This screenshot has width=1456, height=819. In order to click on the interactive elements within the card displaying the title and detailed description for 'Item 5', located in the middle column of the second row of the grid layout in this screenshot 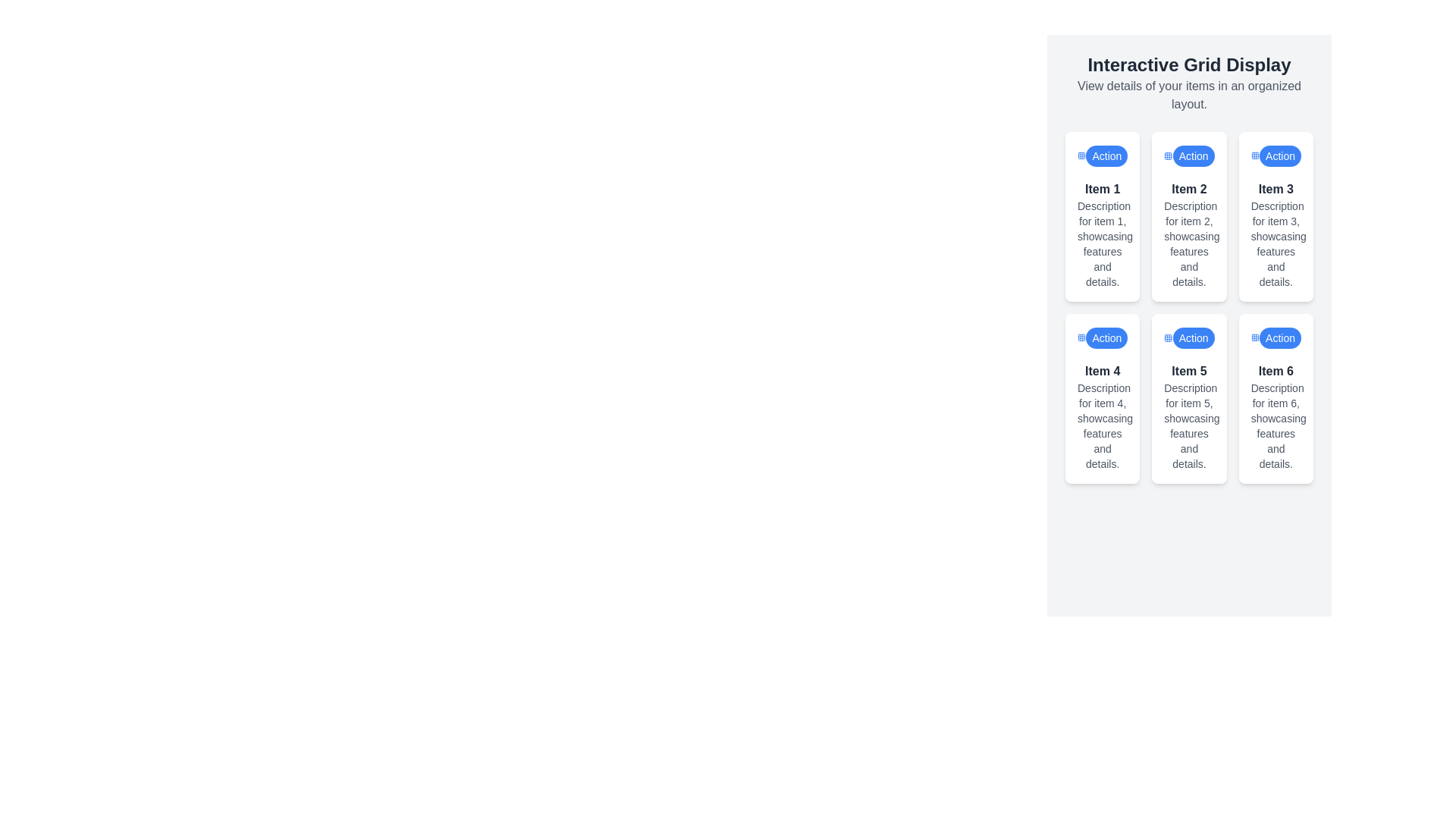, I will do `click(1188, 417)`.